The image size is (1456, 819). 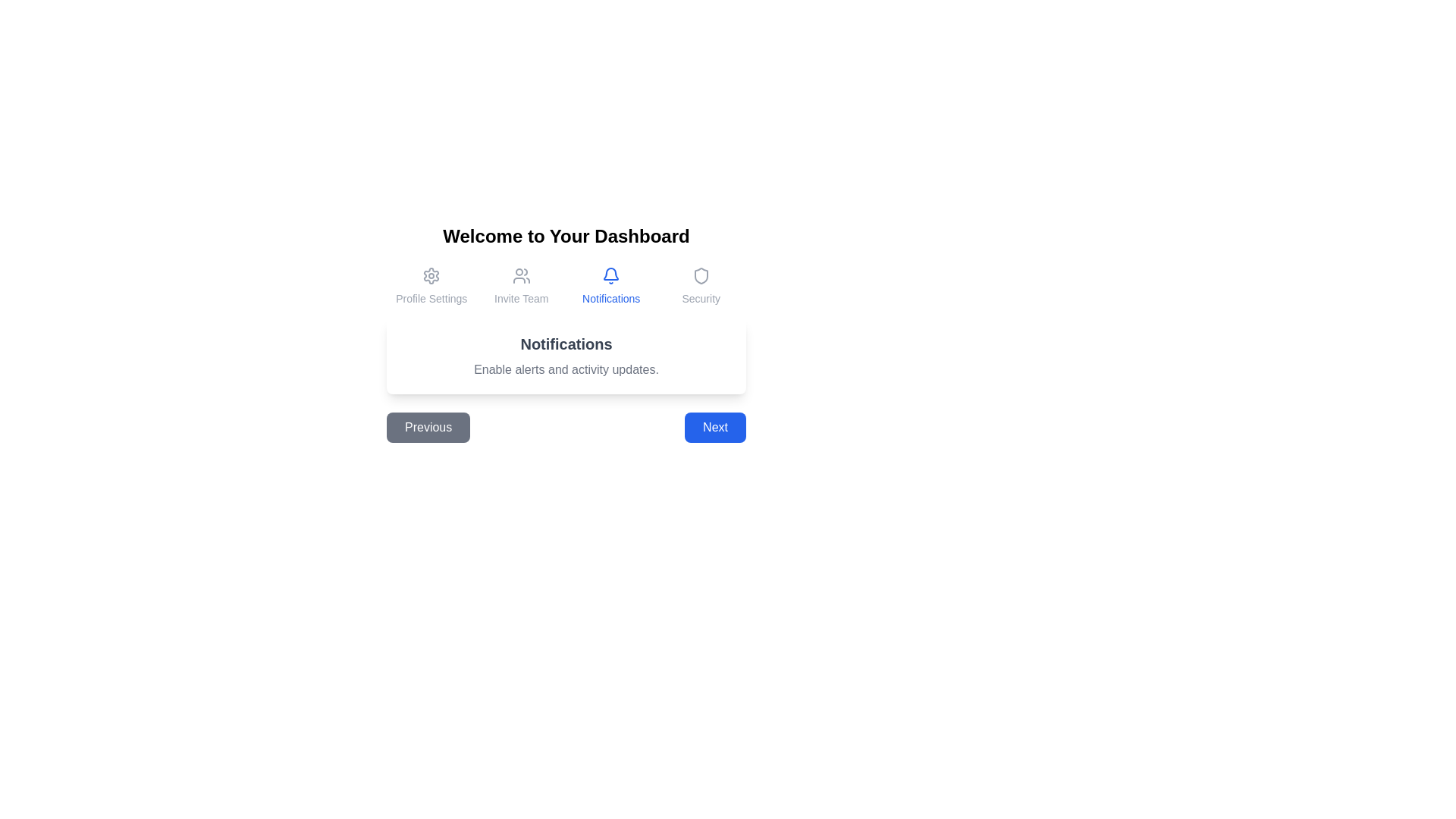 I want to click on the 'Invite Team' text label, which is styled with a smaller font size and medium font weight, positioned below the group of people icon in a vertical layout, so click(x=521, y=298).